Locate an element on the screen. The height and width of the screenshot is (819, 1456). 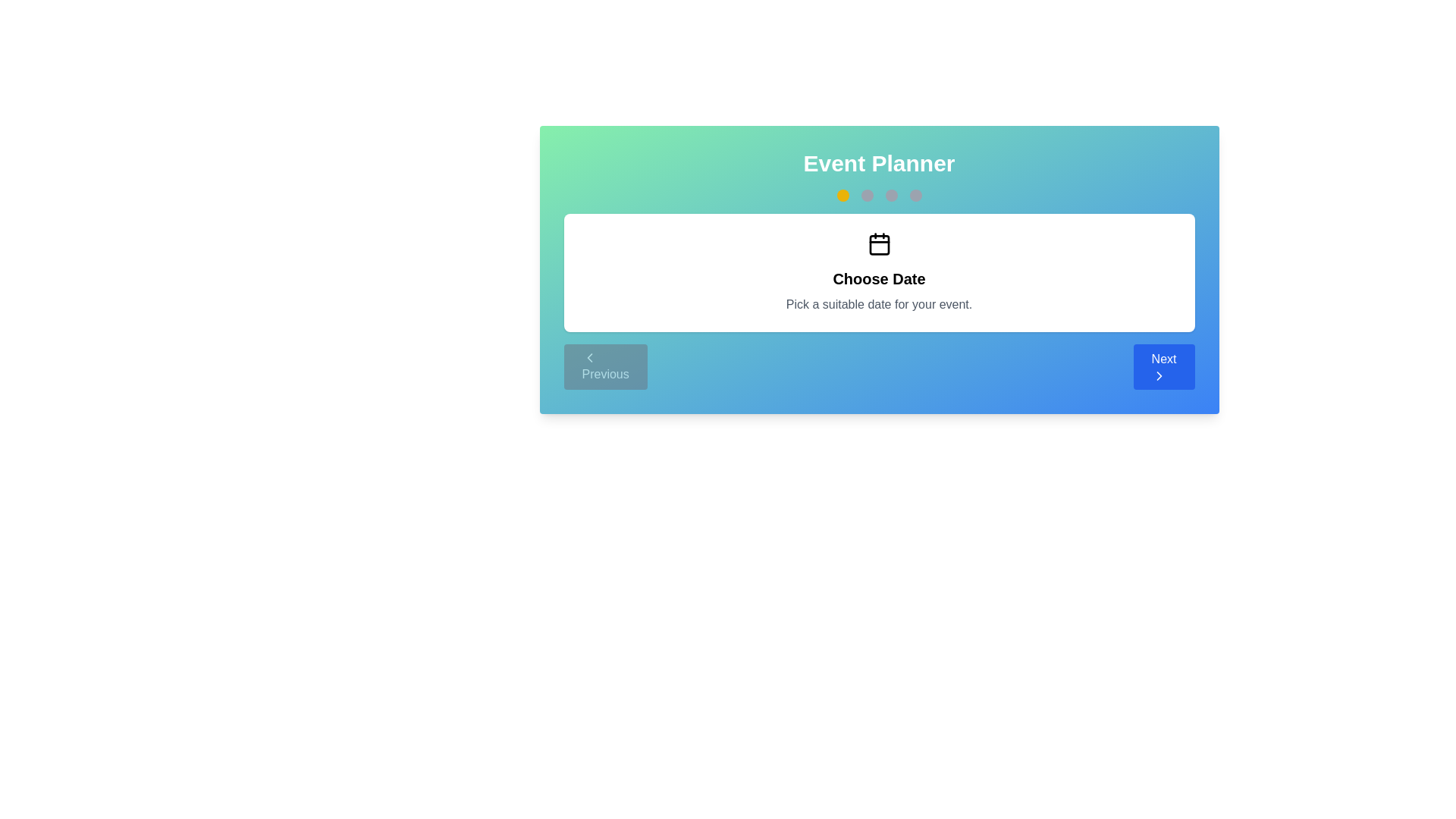
the text 'Choose Date' and copy it to the clipboard is located at coordinates (879, 278).